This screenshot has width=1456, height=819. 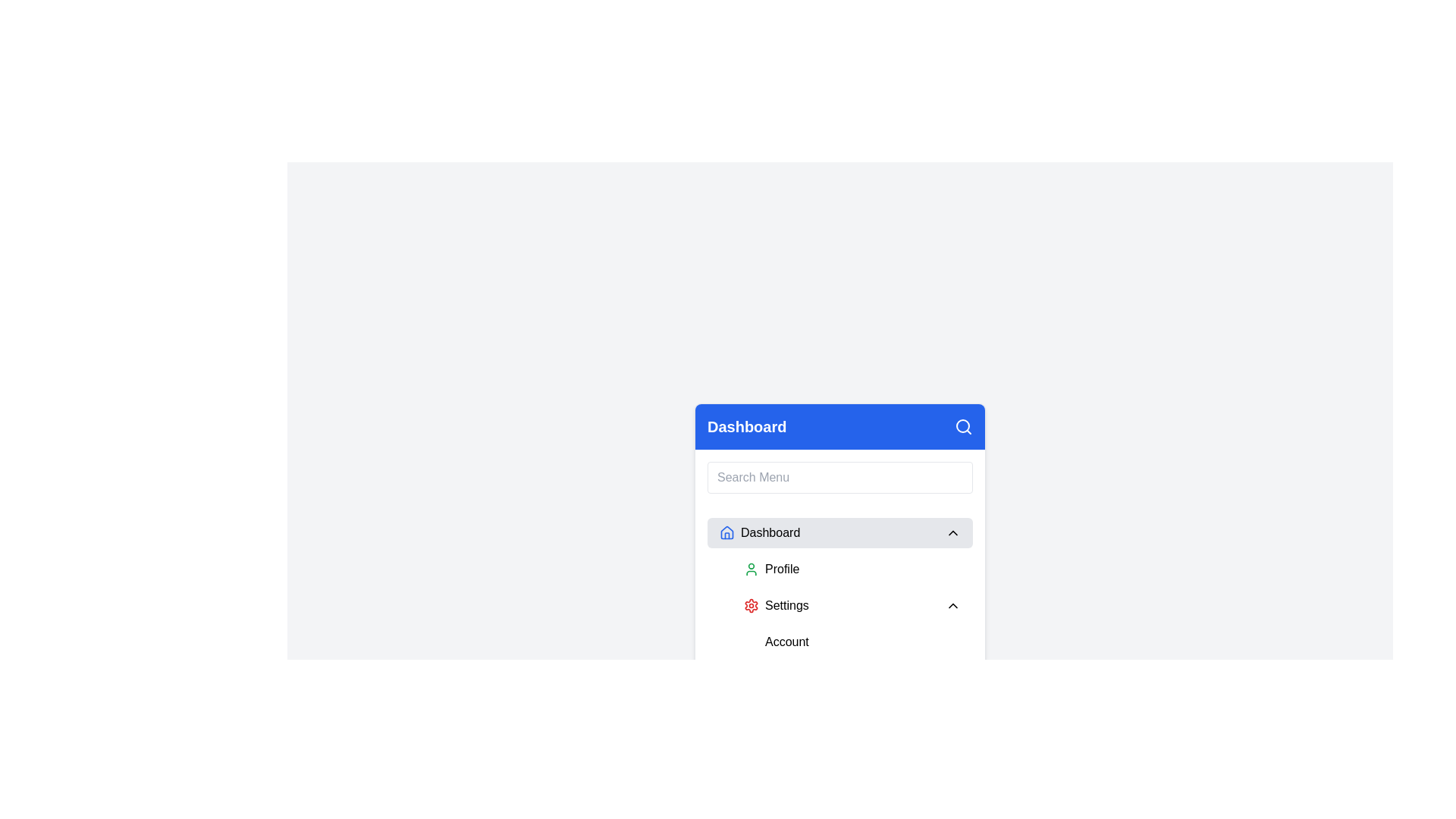 I want to click on the user silhouette icon with green lines located in the left sidebar menu under the 'Profile' label, so click(x=751, y=570).